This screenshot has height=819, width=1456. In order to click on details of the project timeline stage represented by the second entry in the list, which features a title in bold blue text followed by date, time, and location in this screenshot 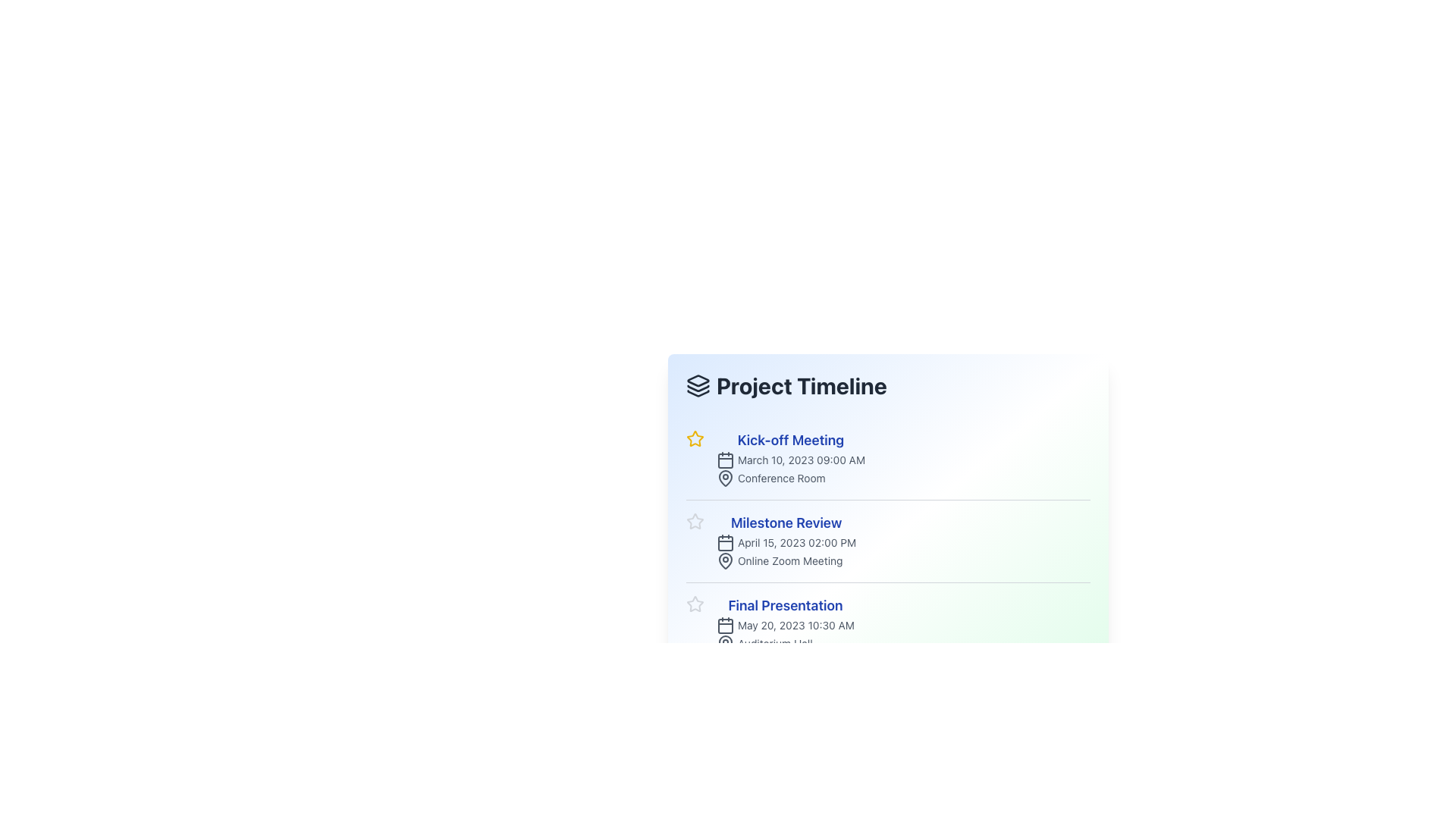, I will do `click(888, 542)`.